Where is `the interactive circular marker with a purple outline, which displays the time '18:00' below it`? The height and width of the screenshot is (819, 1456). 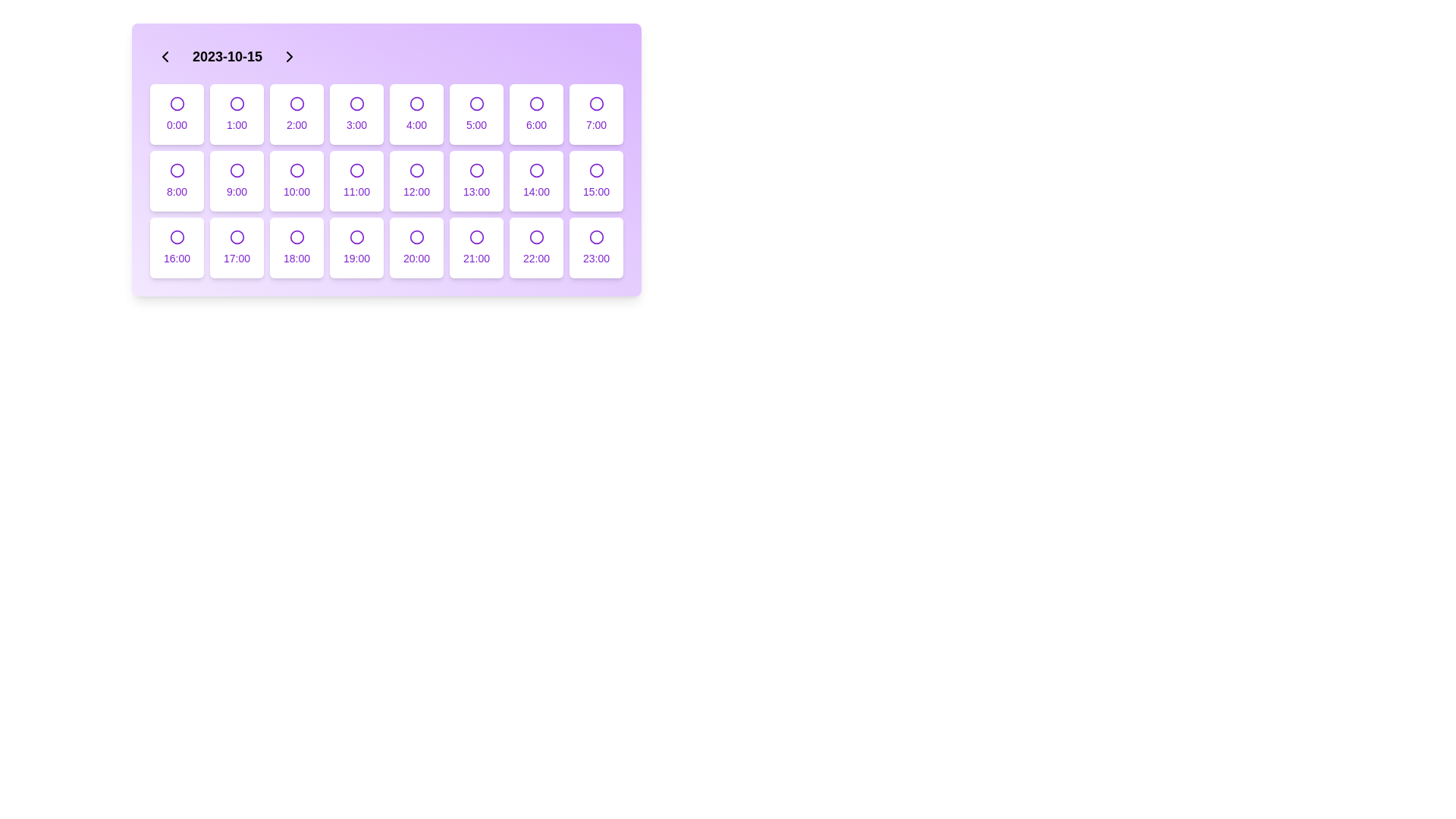 the interactive circular marker with a purple outline, which displays the time '18:00' below it is located at coordinates (297, 237).